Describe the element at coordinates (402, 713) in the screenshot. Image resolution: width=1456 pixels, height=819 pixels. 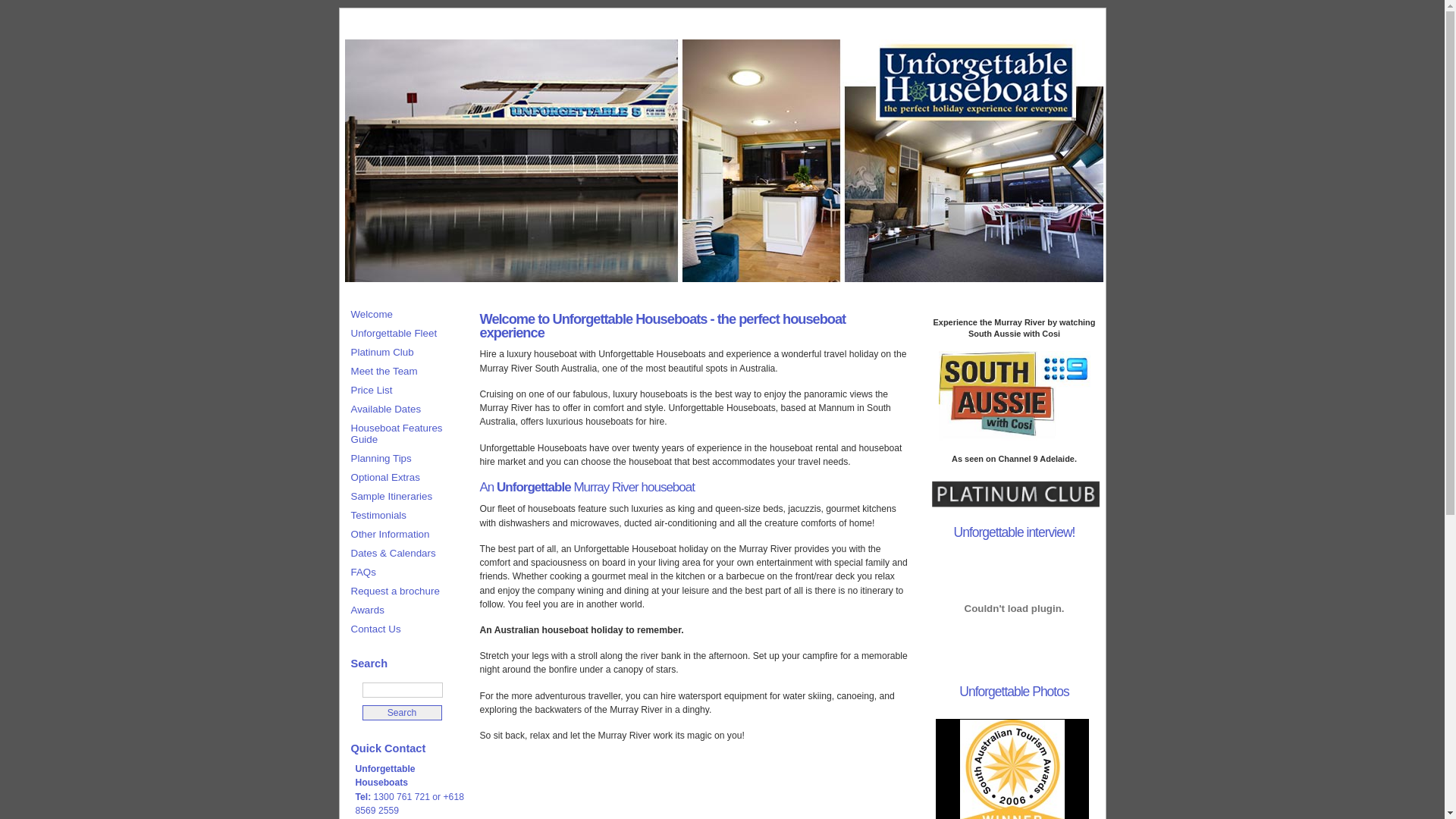
I see `'Search'` at that location.